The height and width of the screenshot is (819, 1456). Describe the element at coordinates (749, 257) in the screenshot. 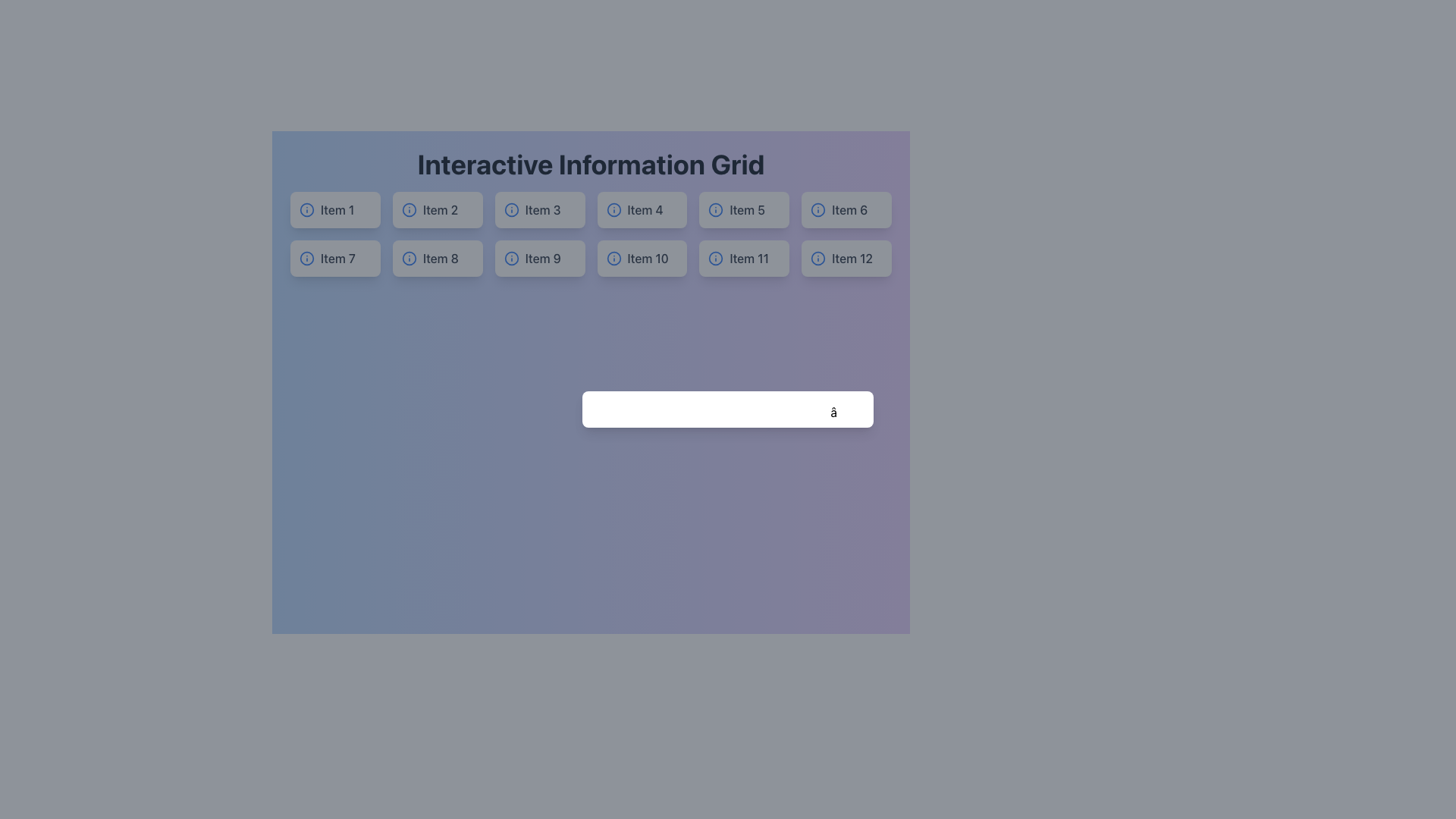

I see `text label that designates the item as 'Item 11', located in the second row and fifth column of the grid layout` at that location.